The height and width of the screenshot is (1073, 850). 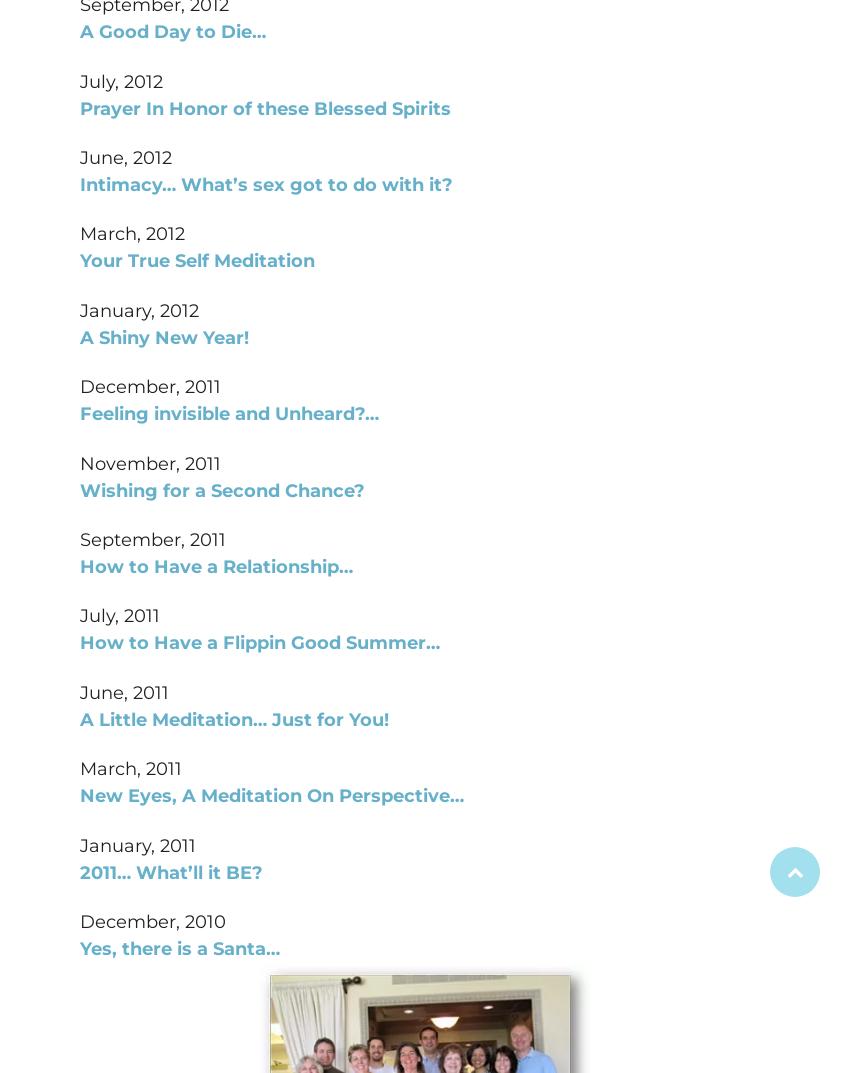 I want to click on 'A Good Day to Die…', so click(x=171, y=30).